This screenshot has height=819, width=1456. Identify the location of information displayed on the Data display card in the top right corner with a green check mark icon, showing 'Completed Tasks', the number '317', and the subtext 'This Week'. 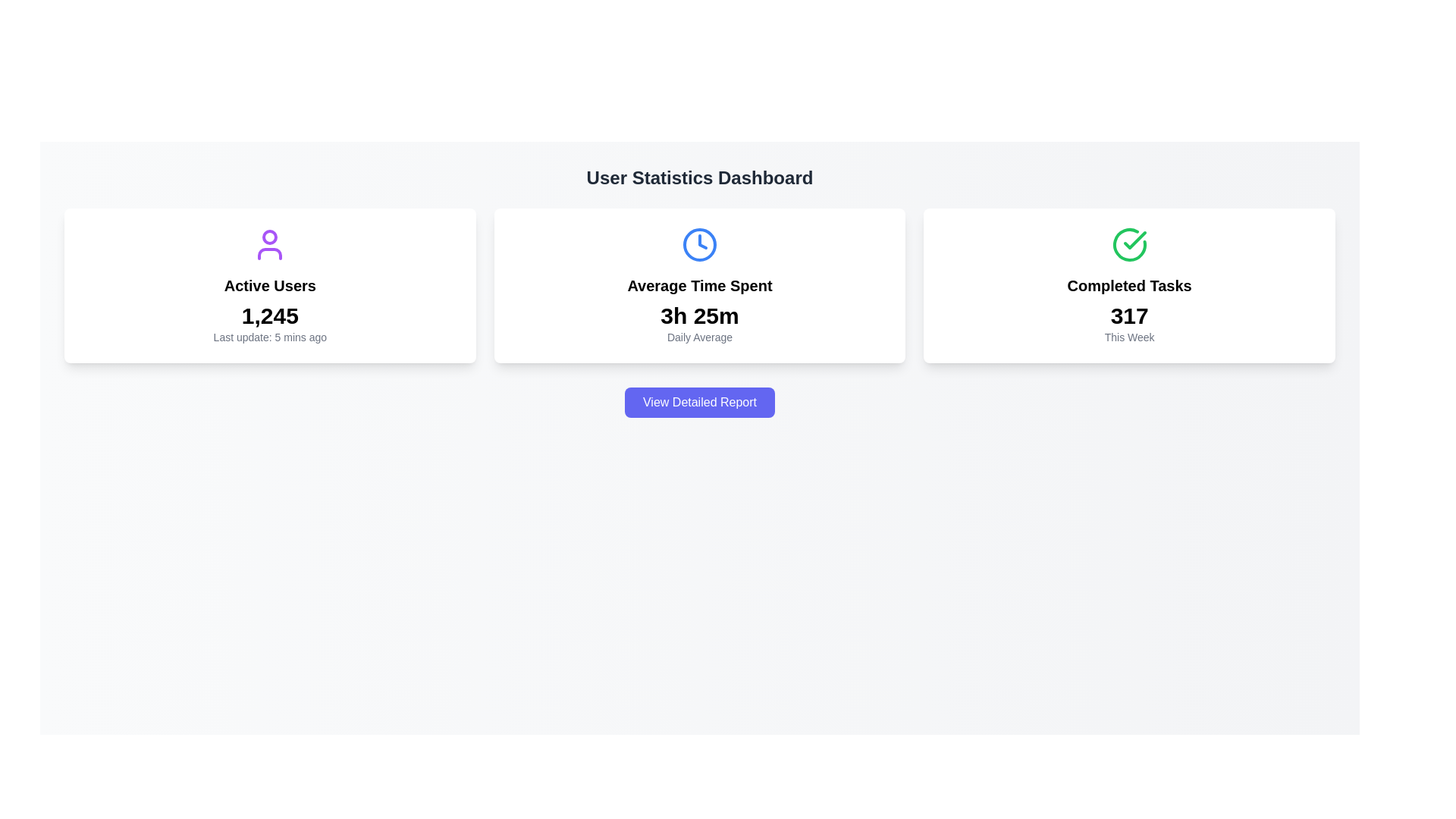
(1129, 286).